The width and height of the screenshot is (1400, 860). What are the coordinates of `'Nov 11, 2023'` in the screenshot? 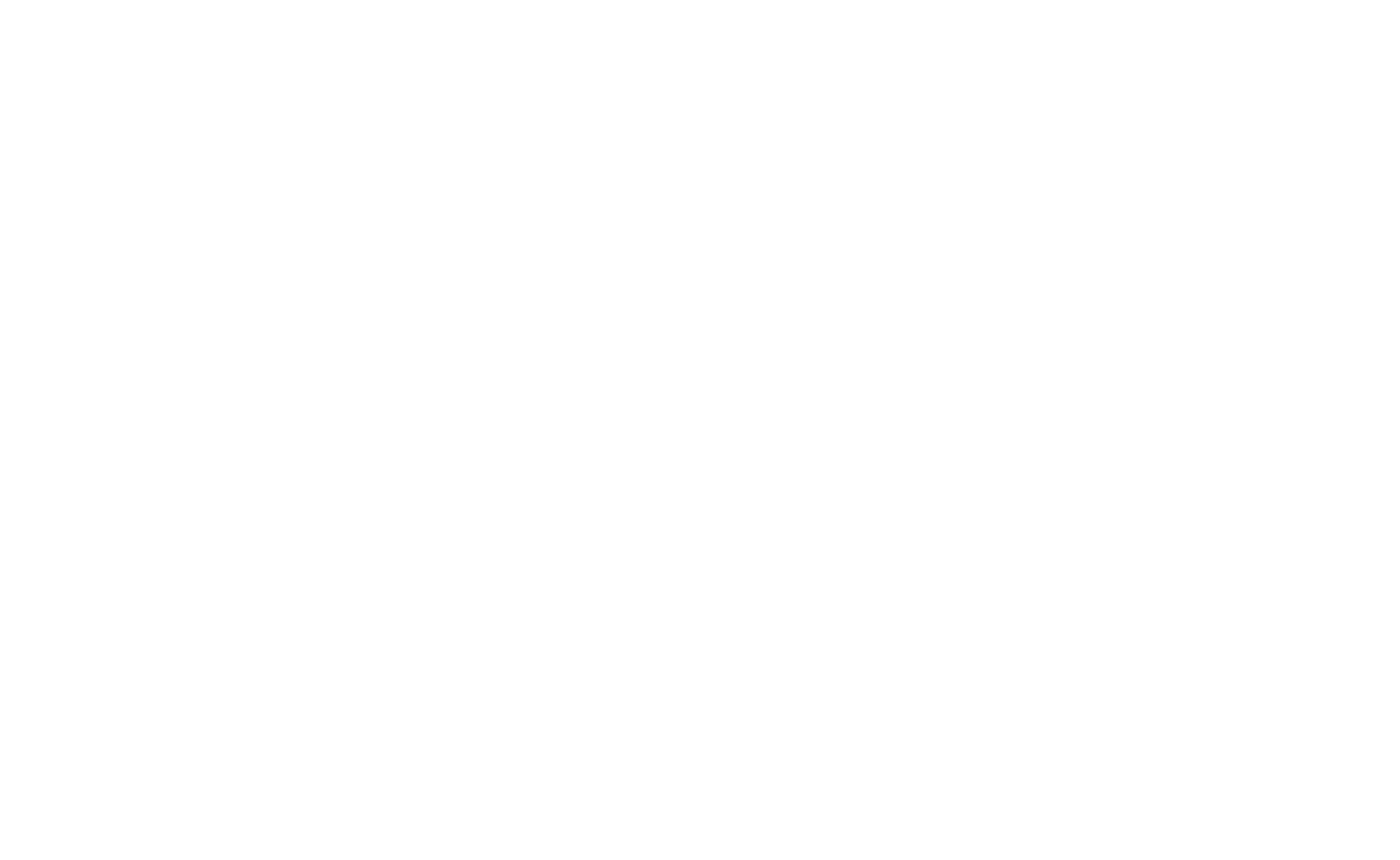 It's located at (228, 674).